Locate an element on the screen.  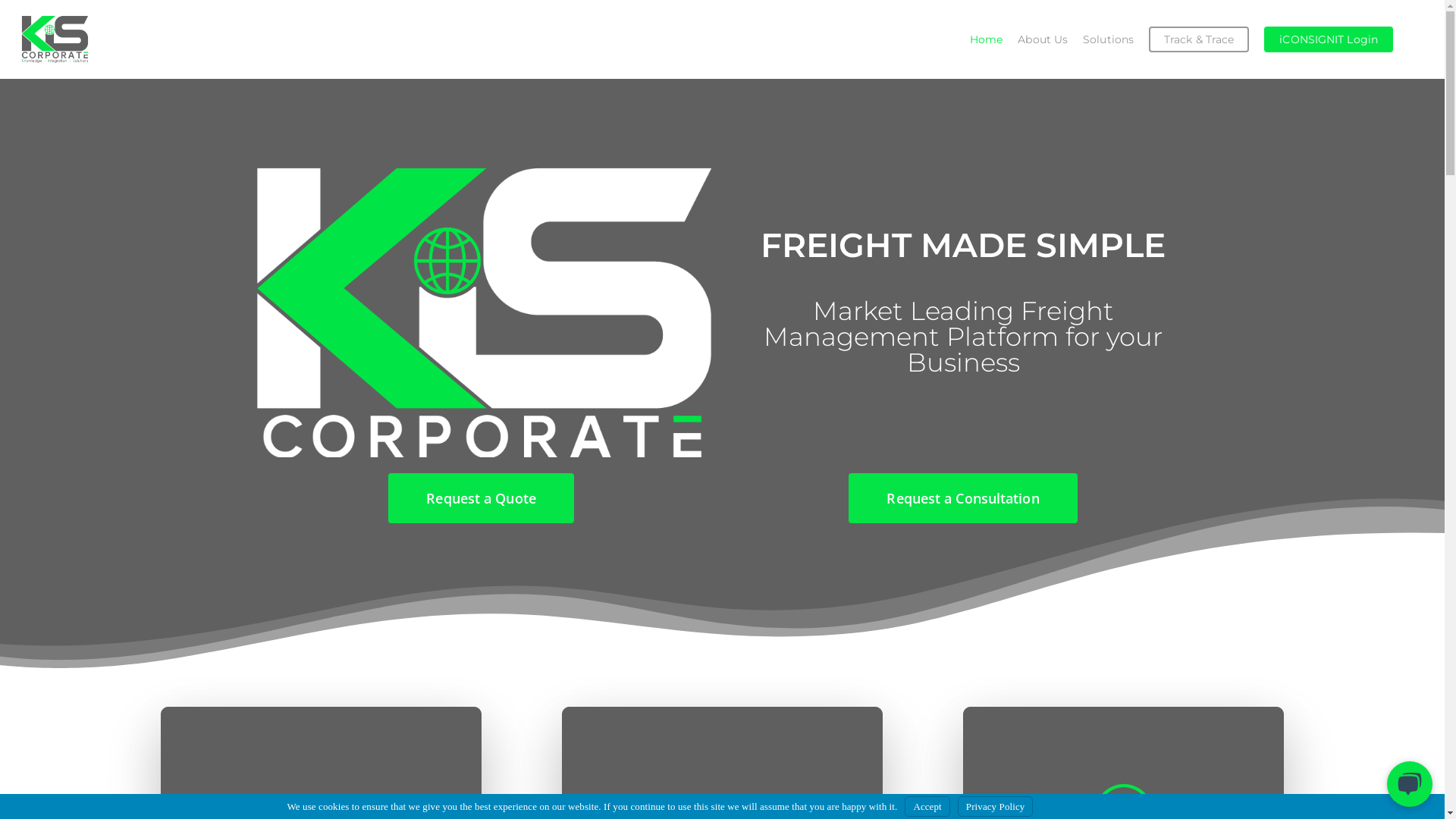
'Privacy Policy' is located at coordinates (996, 805).